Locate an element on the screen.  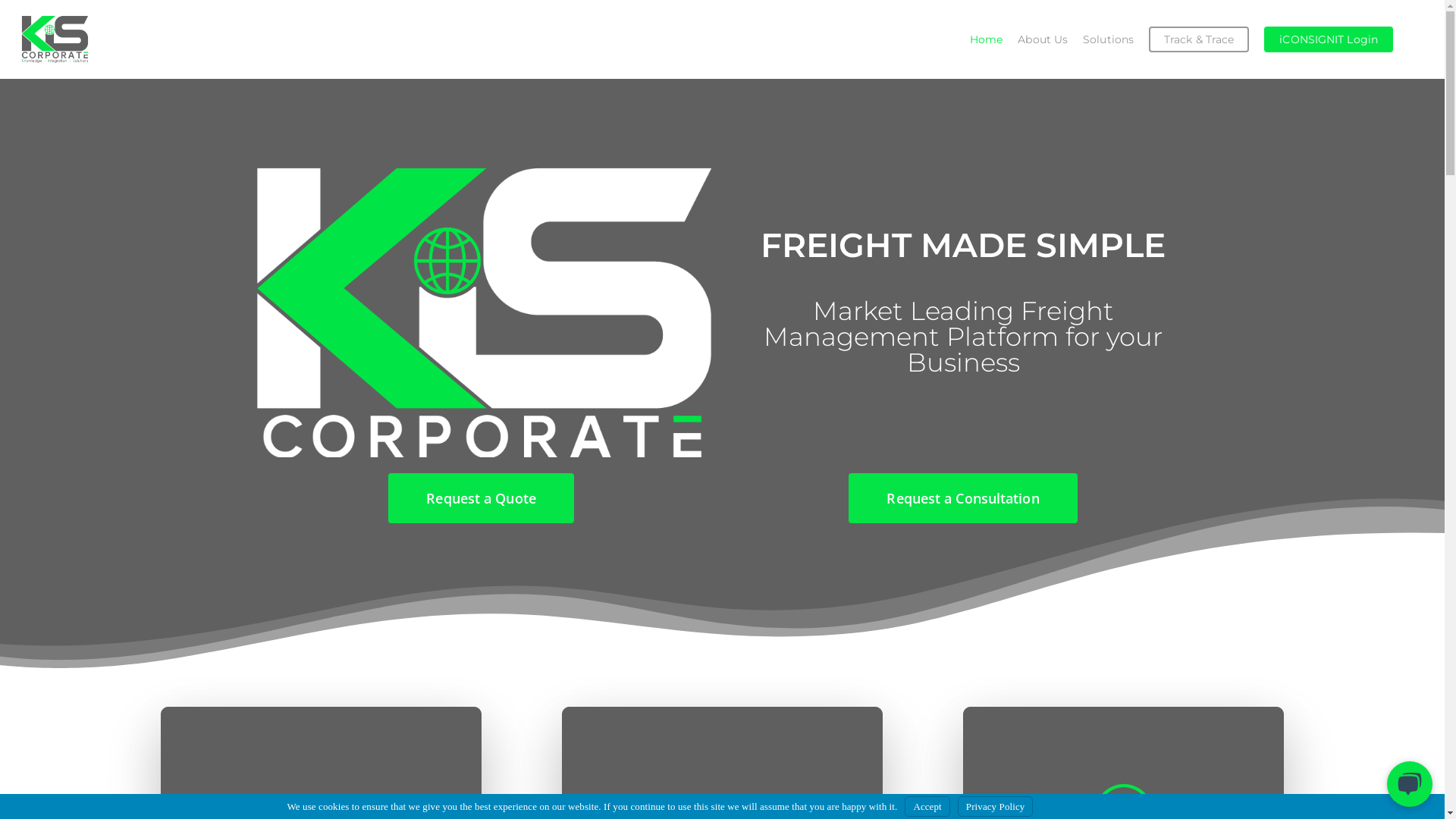
'Privacy Policy' is located at coordinates (996, 805).